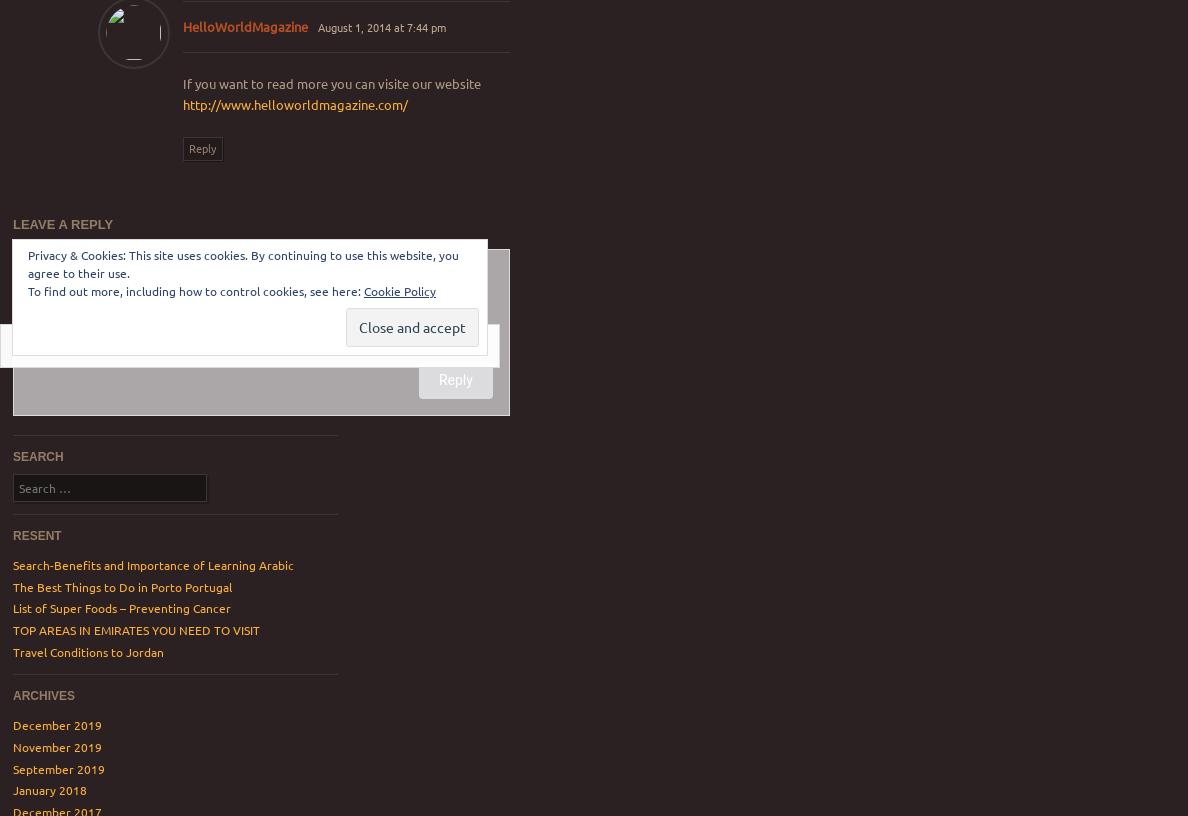  I want to click on 'Search', so click(30, 481).